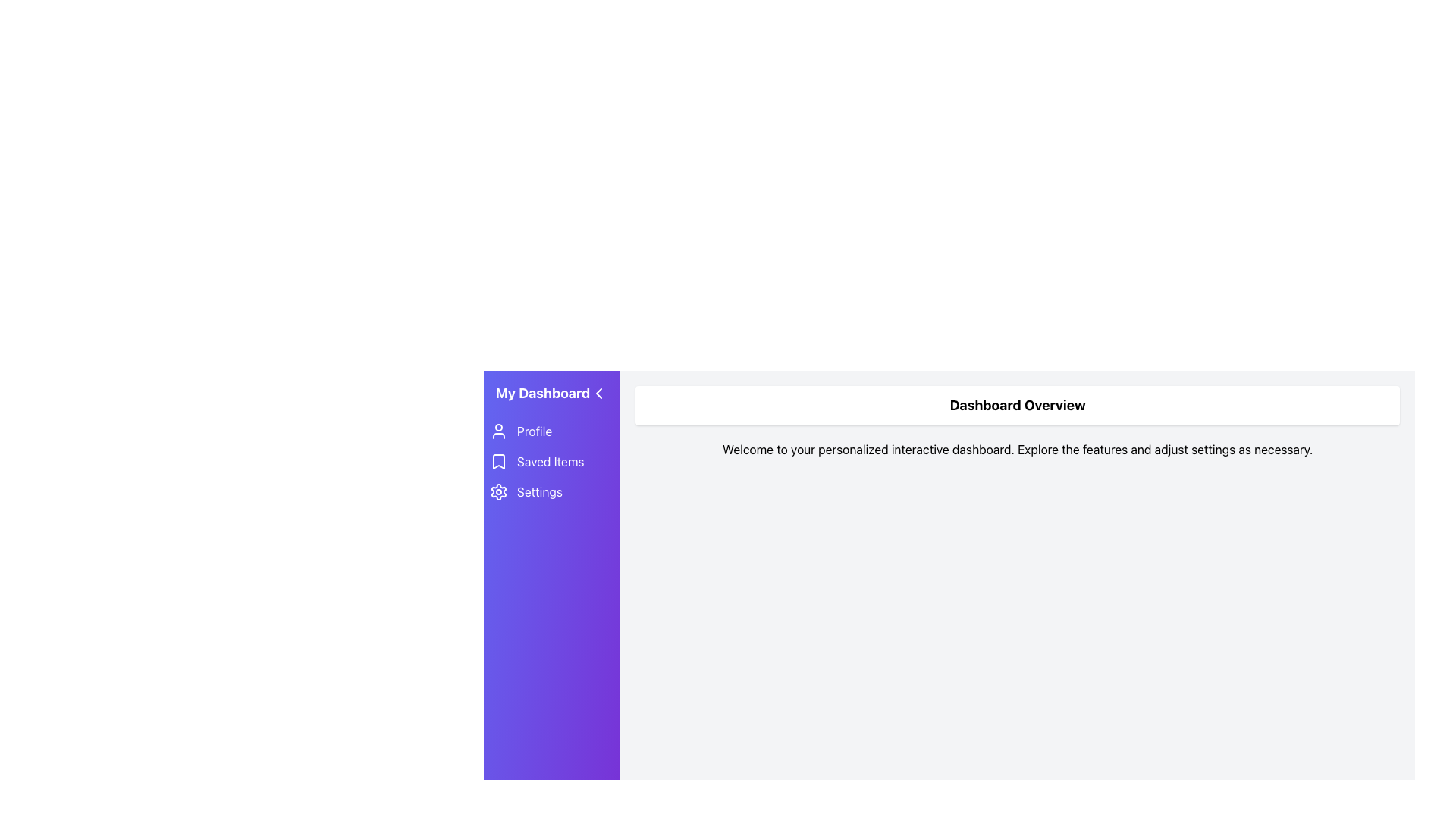  I want to click on the bold text 'My Dashboard' located in the purple header area on the top left side of the interface, so click(543, 393).